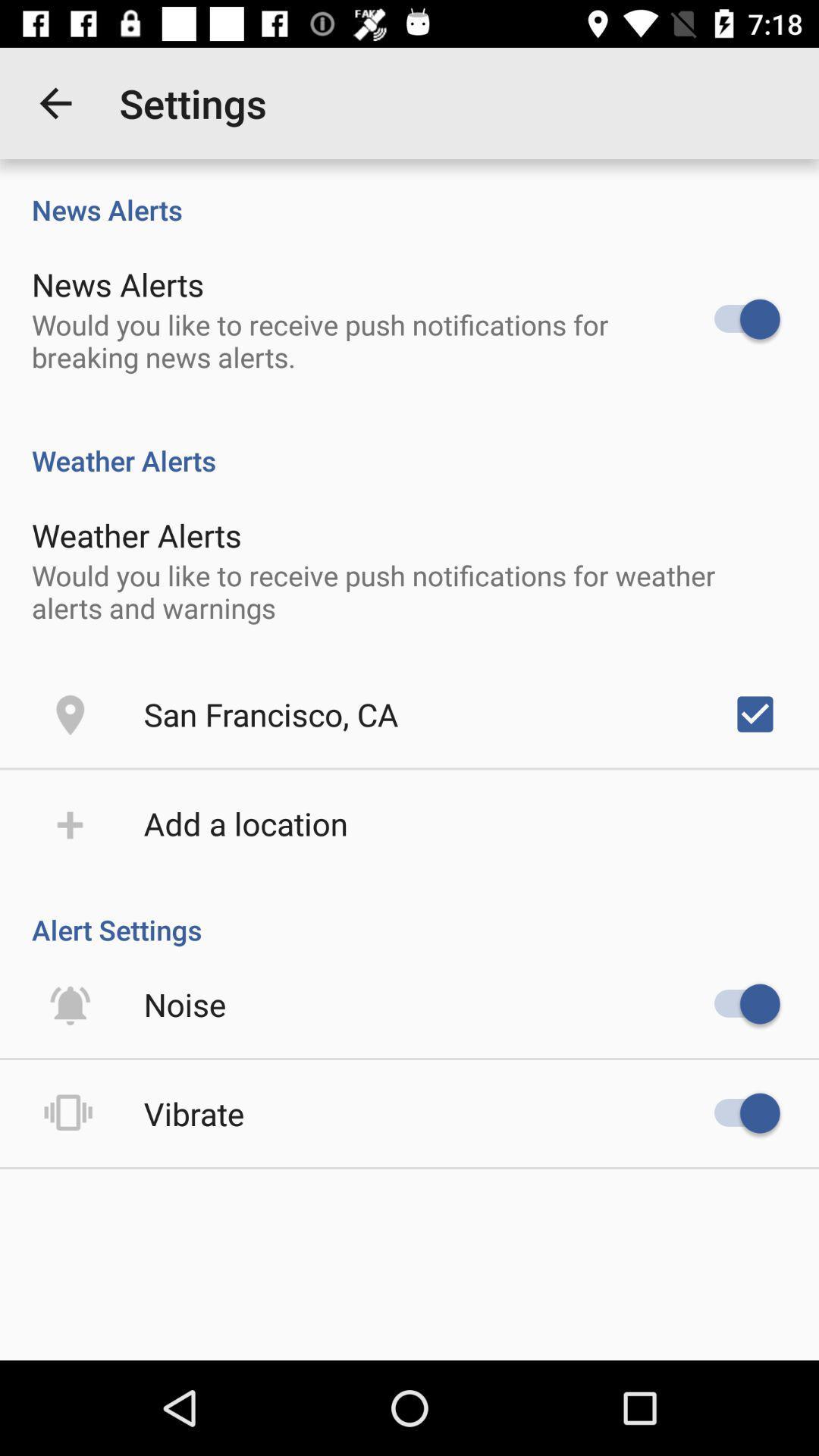 The image size is (819, 1456). Describe the element at coordinates (55, 102) in the screenshot. I see `the app to the left of settings` at that location.